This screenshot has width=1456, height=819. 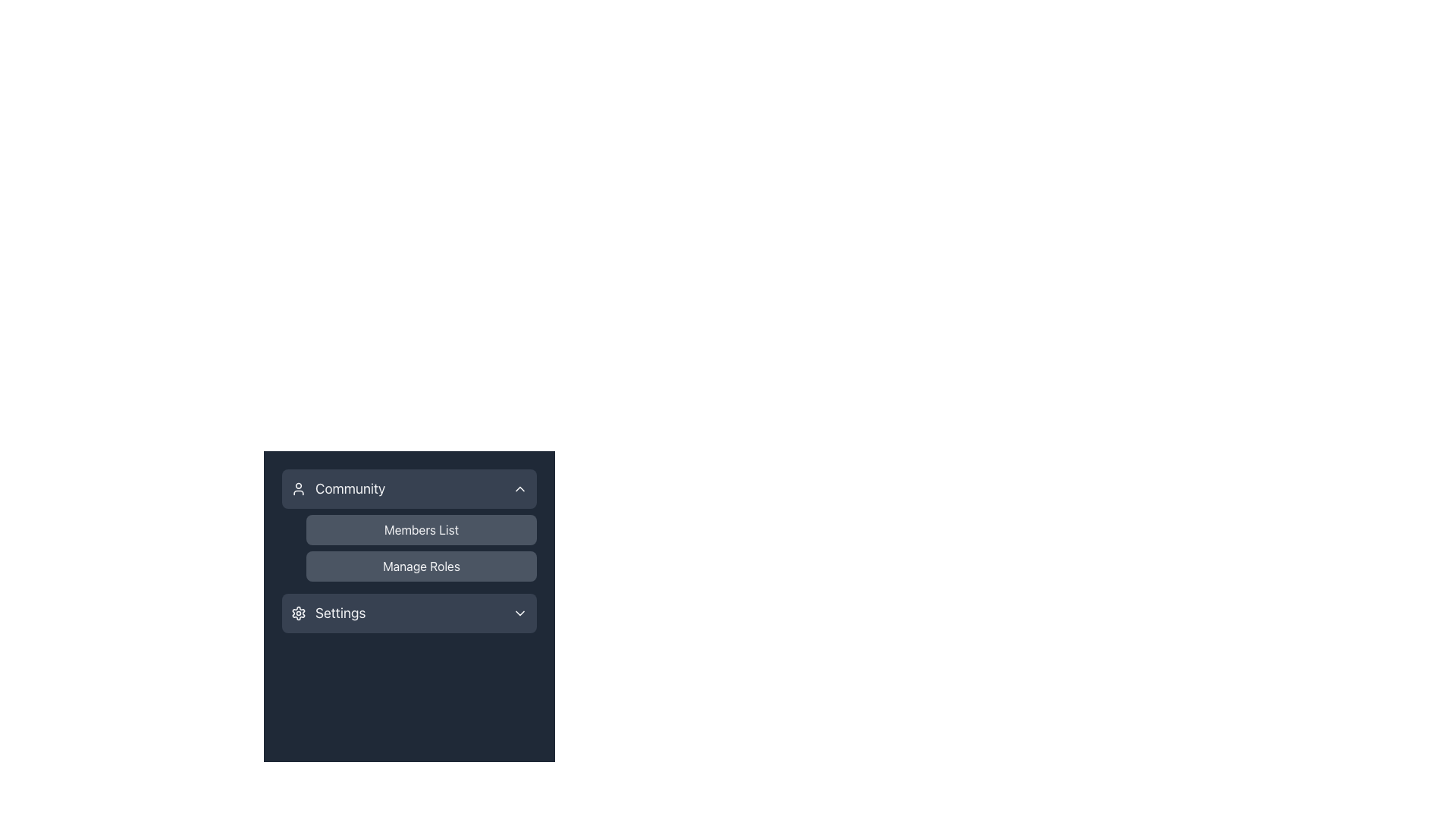 I want to click on the 'Settings' icon located in the lower part of the menu, so click(x=298, y=613).